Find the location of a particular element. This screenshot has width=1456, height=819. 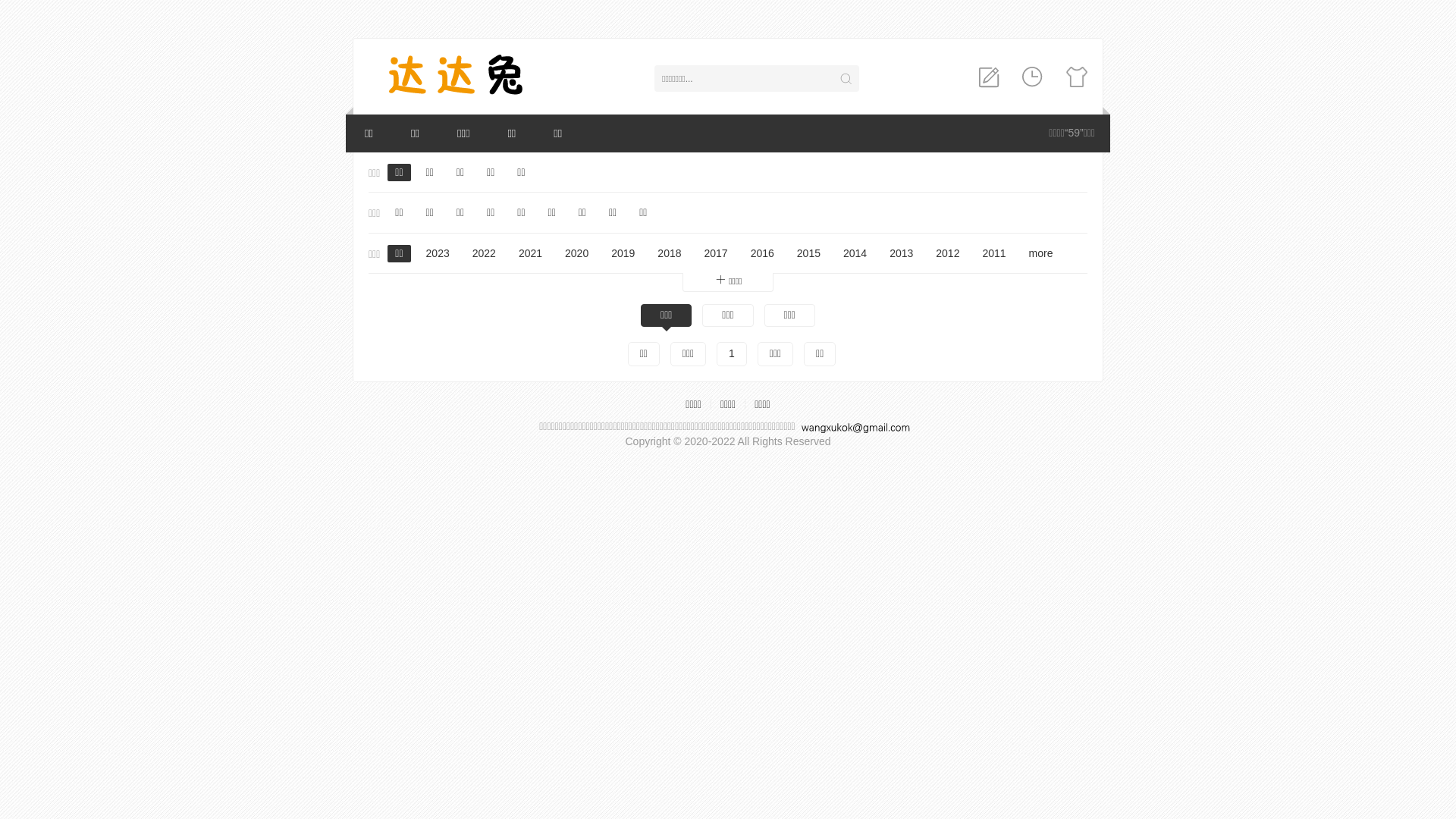

'2016' is located at coordinates (742, 253).